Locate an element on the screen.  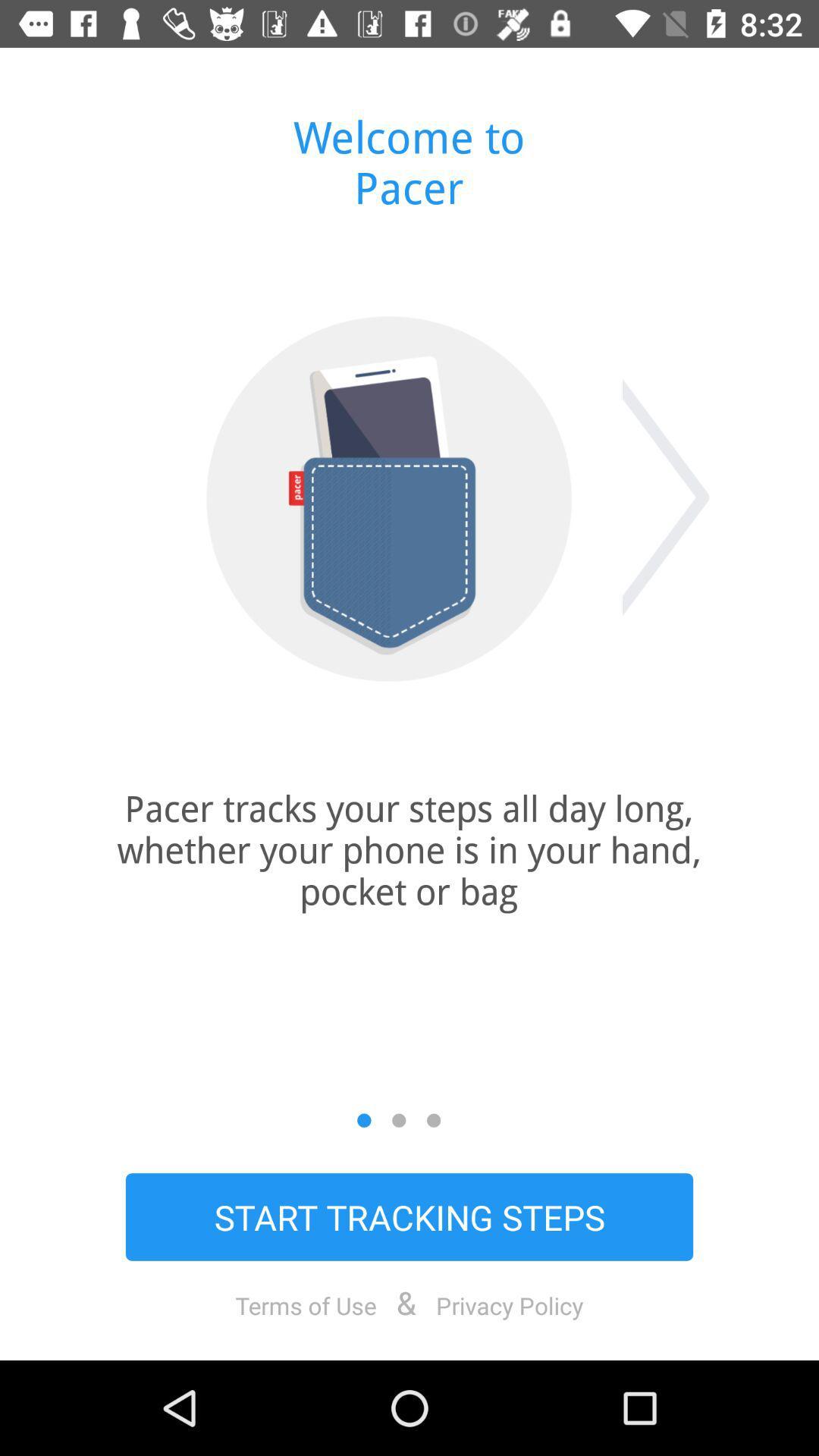
start tracking steps icon is located at coordinates (409, 1216).